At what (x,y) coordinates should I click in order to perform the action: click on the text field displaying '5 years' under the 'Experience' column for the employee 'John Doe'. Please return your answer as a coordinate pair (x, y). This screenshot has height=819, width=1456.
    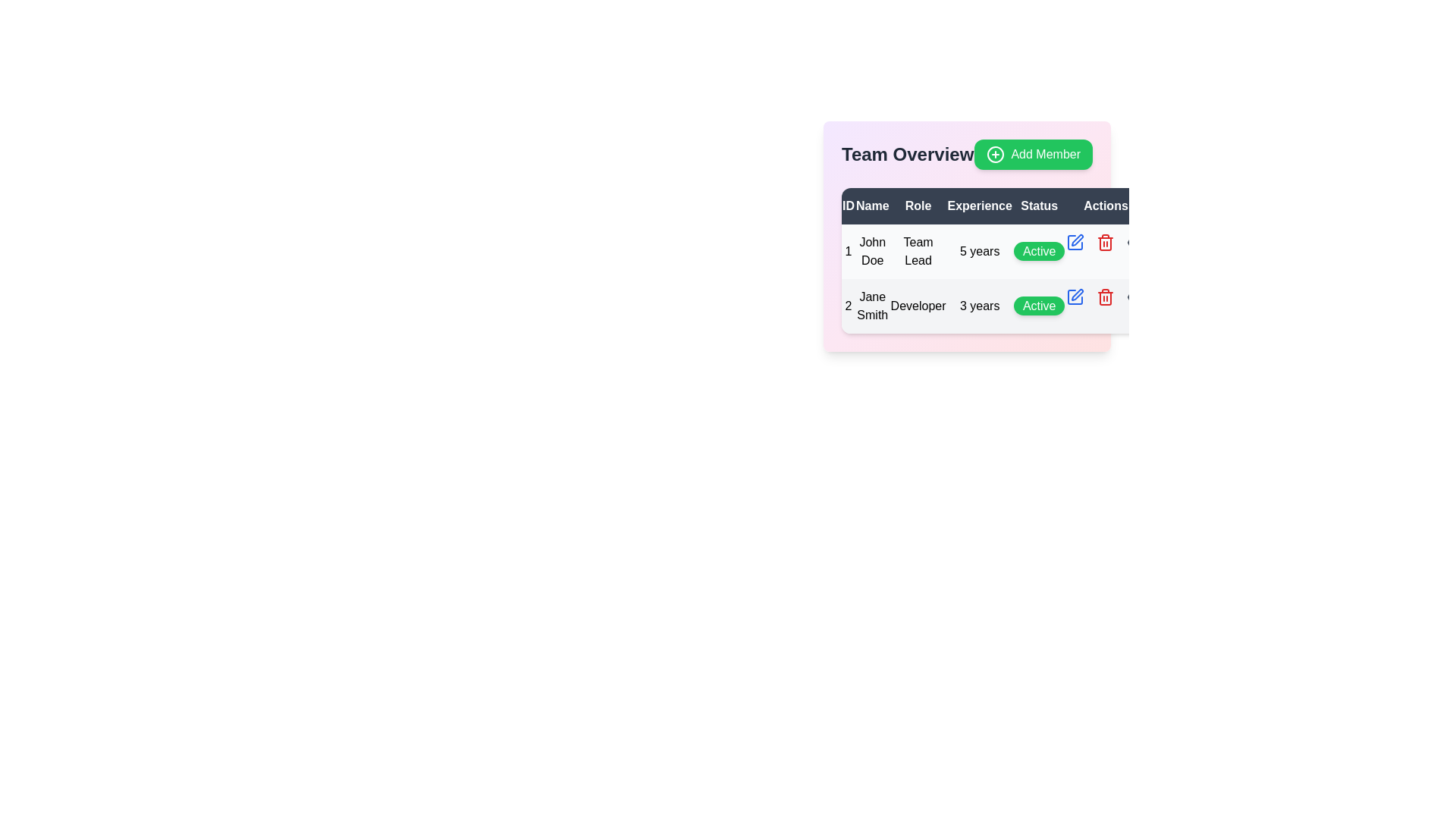
    Looking at the image, I should click on (980, 250).